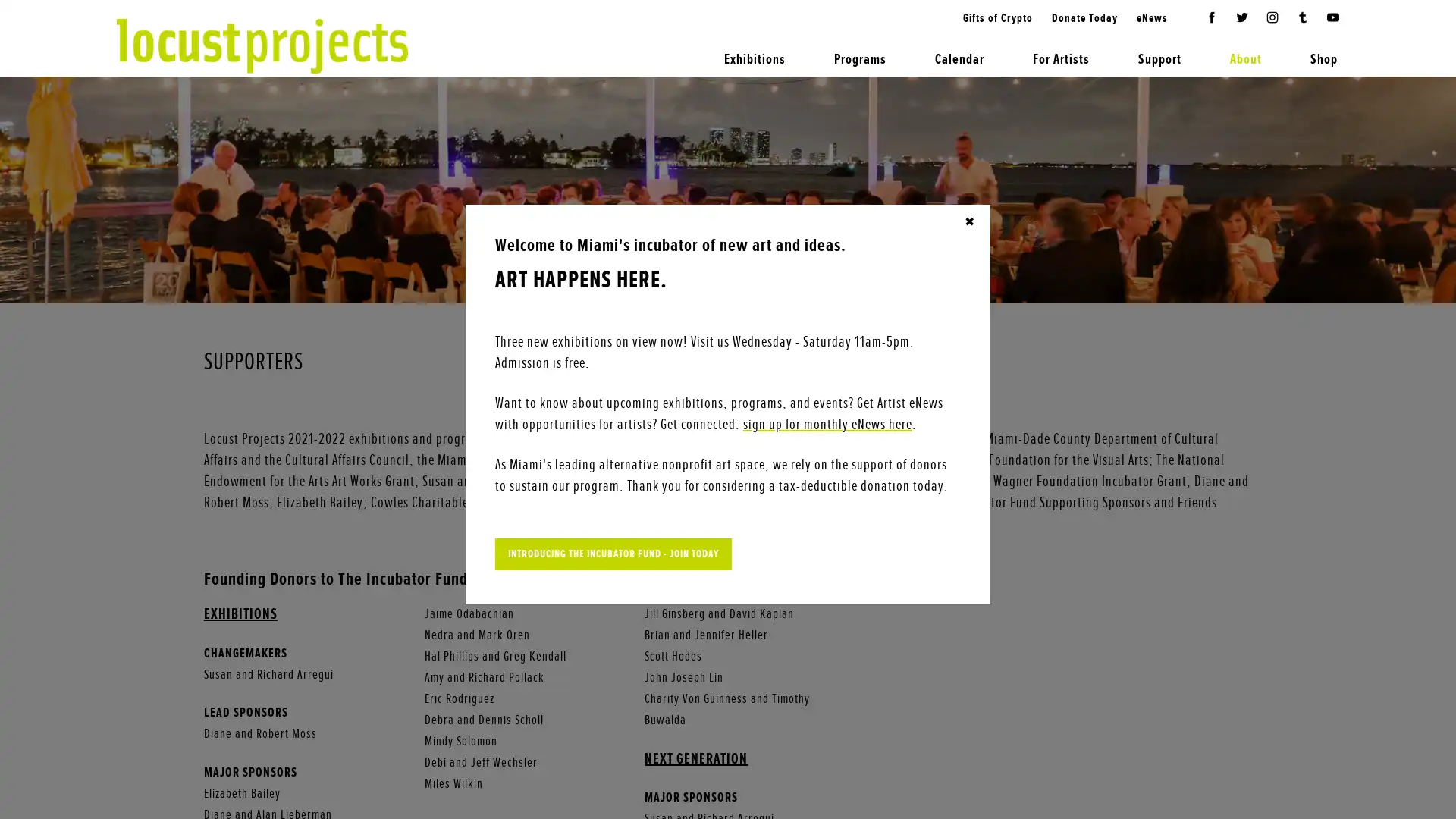 The width and height of the screenshot is (1456, 819). I want to click on INTRODUCING THE INCUBATOR FUND - JOIN TODAY, so click(612, 554).